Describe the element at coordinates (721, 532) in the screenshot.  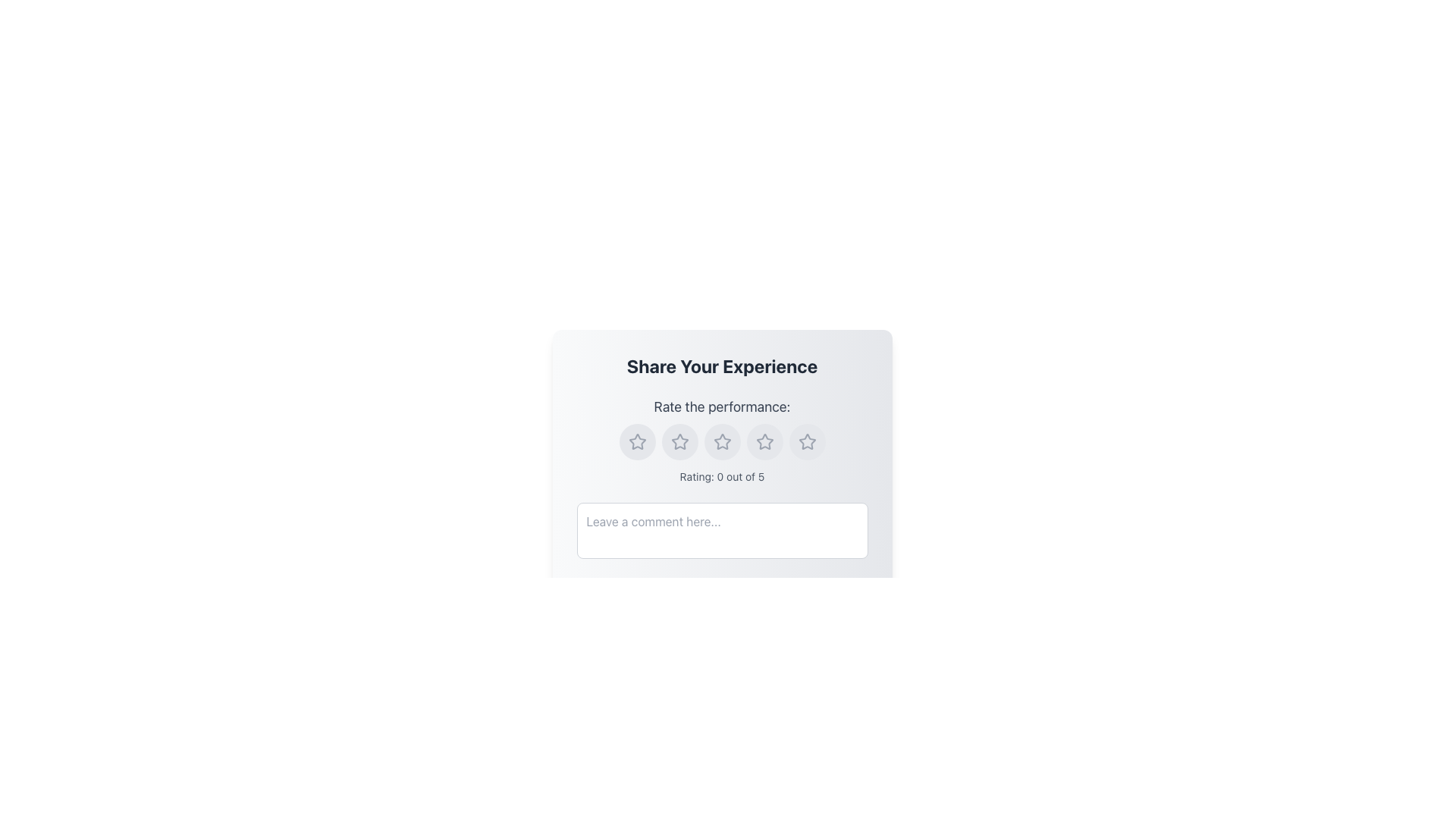
I see `content into the rectangular input field styled with a gray border and rounded corners, located below the star rating section in the feedback input form` at that location.